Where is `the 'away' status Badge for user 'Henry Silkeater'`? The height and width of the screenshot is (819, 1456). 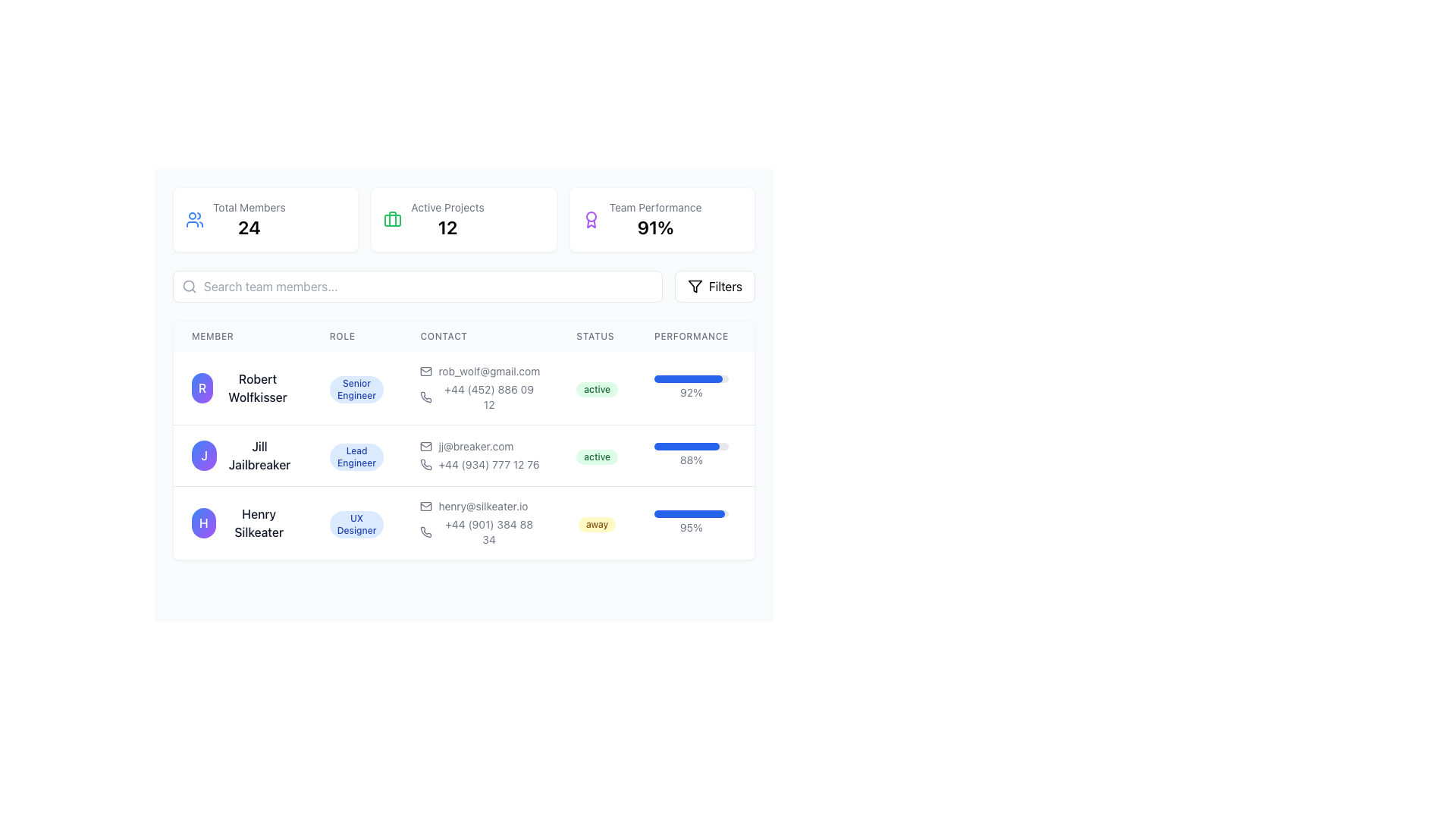 the 'away' status Badge for user 'Henry Silkeater' is located at coordinates (596, 523).